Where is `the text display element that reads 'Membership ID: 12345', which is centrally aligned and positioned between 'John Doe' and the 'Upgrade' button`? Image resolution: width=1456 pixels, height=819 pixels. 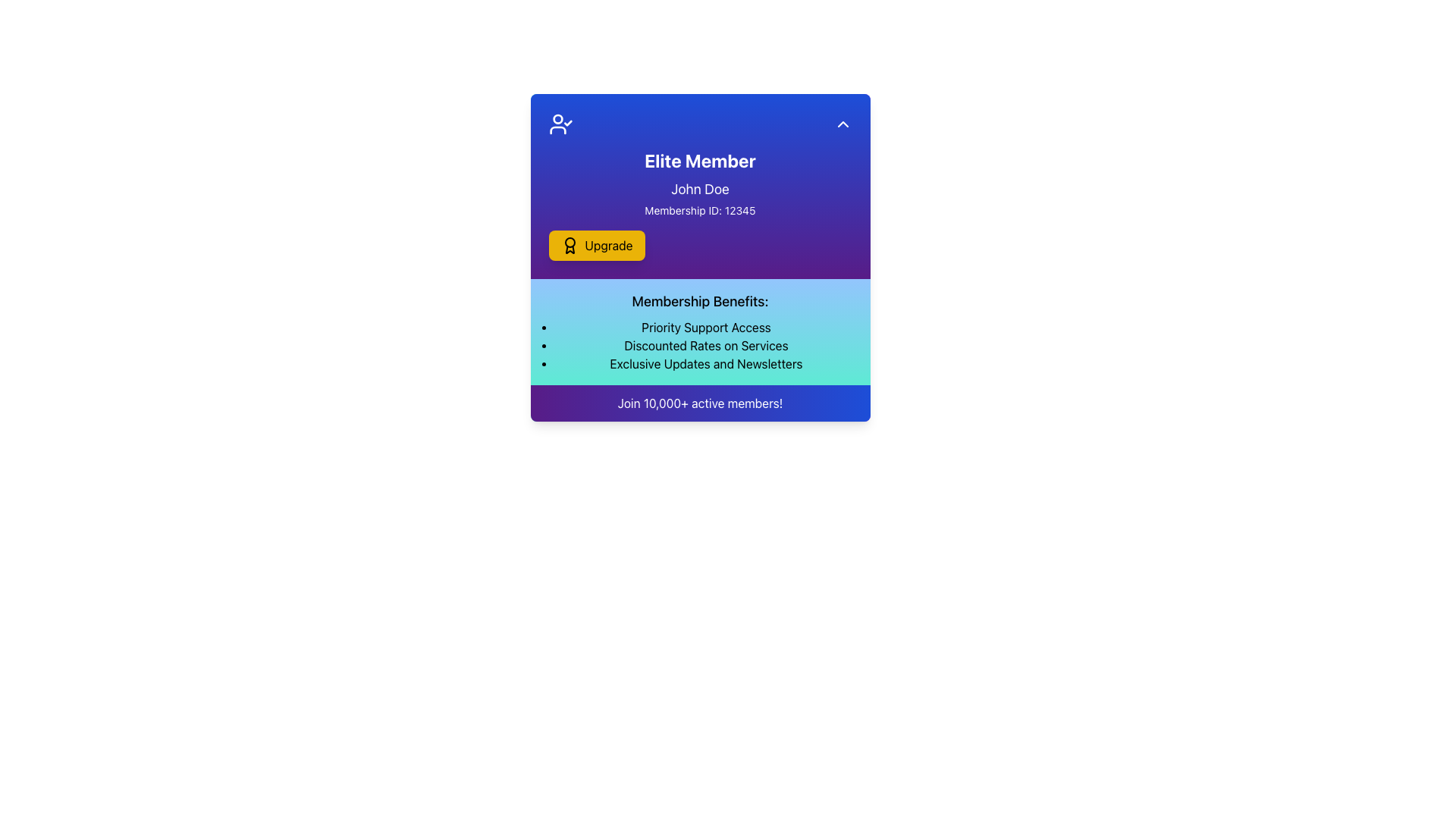 the text display element that reads 'Membership ID: 12345', which is centrally aligned and positioned between 'John Doe' and the 'Upgrade' button is located at coordinates (699, 210).